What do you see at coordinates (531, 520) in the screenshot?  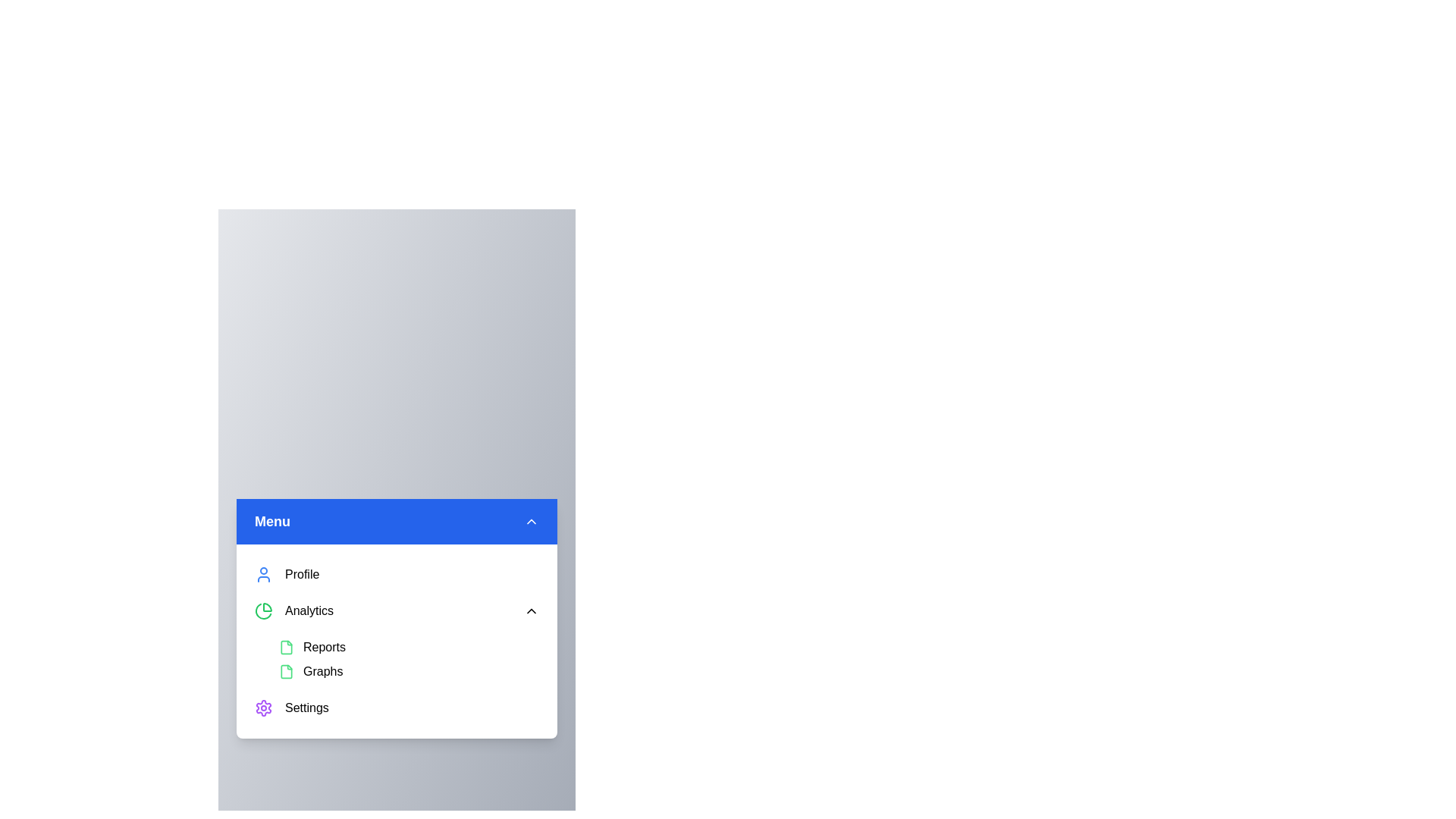 I see `the toggle button represented by an up-chevron located` at bounding box center [531, 520].